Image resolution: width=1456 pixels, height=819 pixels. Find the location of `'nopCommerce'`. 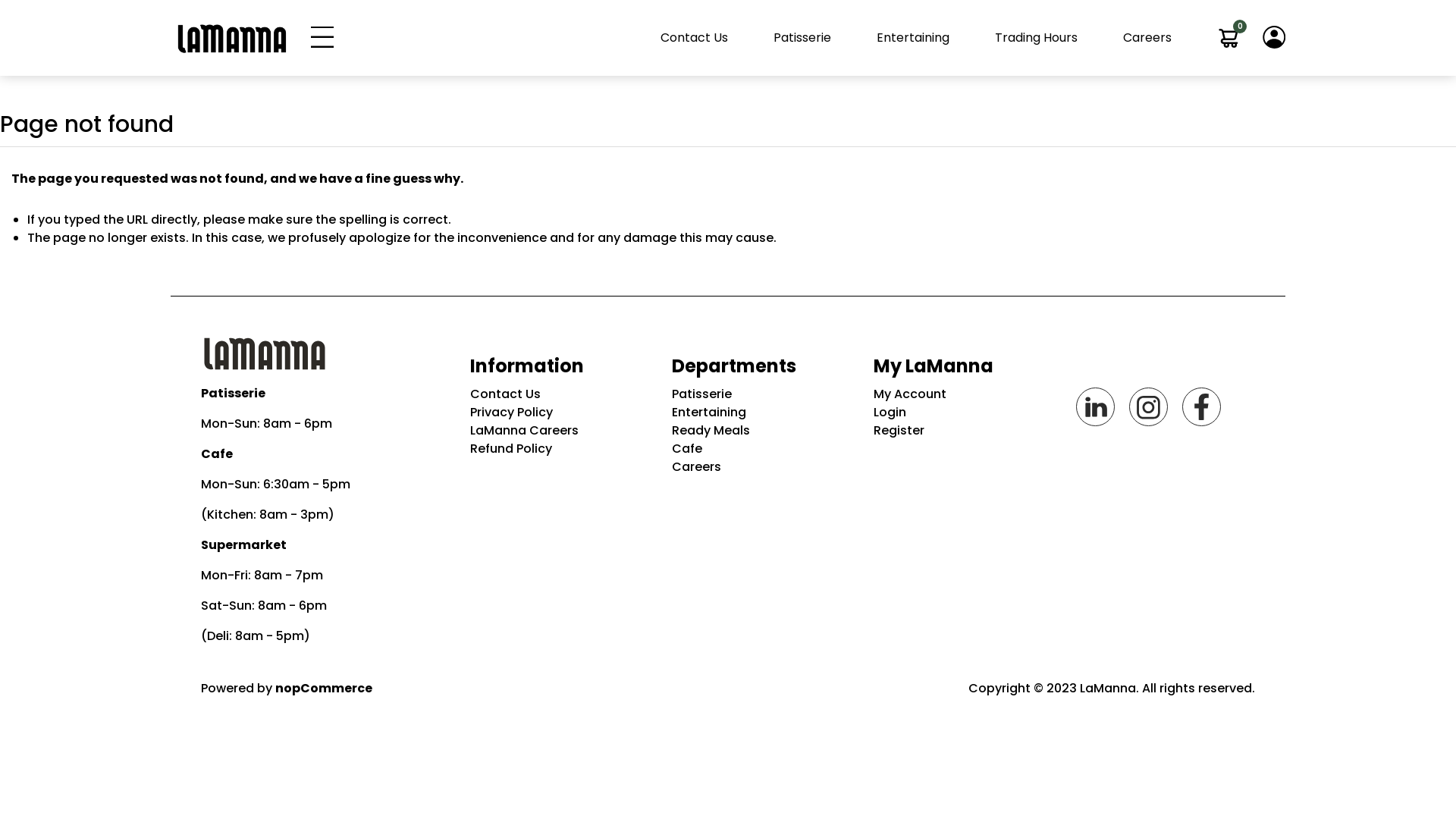

'nopCommerce' is located at coordinates (323, 688).